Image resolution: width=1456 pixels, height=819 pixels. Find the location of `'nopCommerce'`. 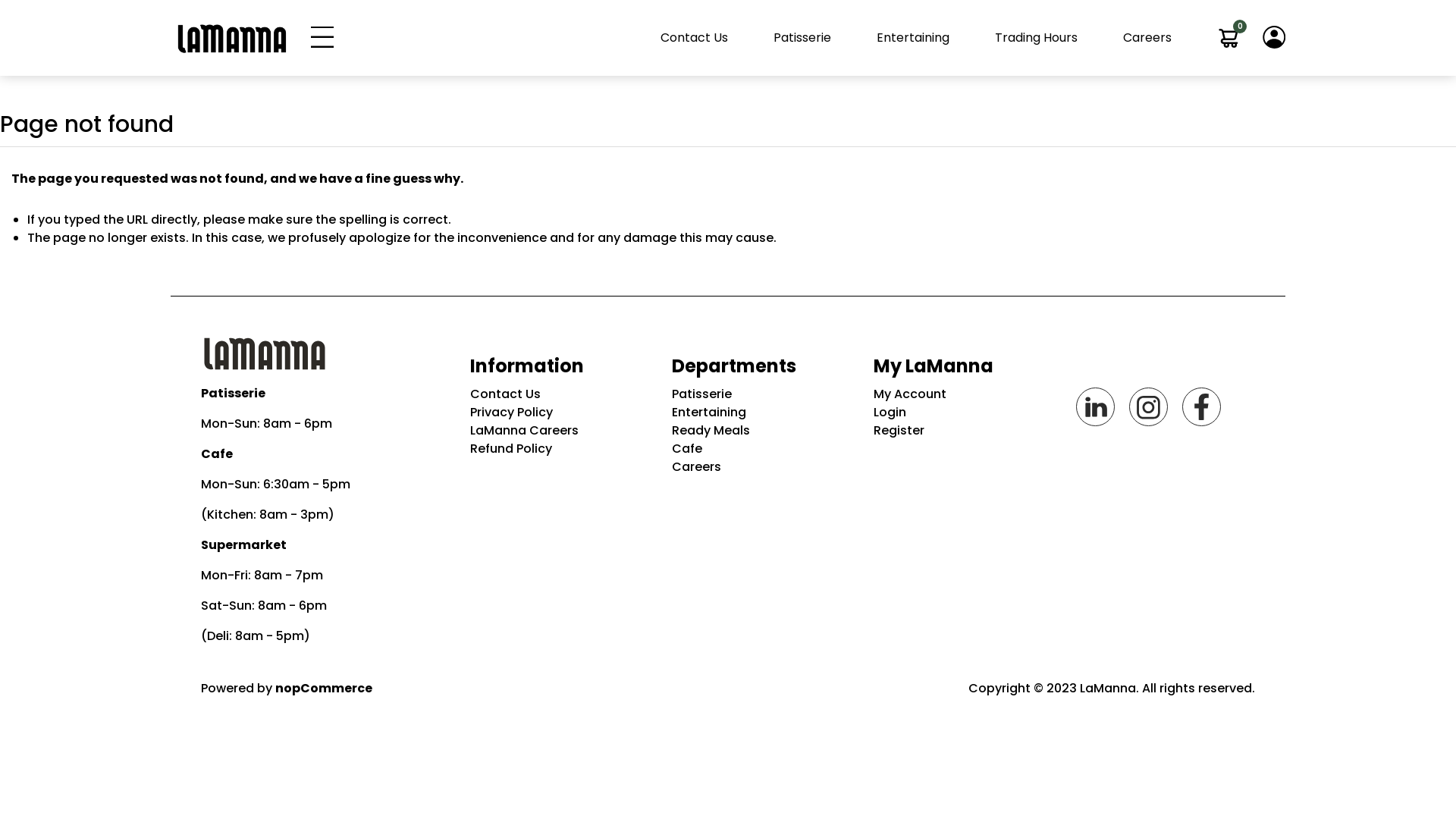

'nopCommerce' is located at coordinates (323, 688).